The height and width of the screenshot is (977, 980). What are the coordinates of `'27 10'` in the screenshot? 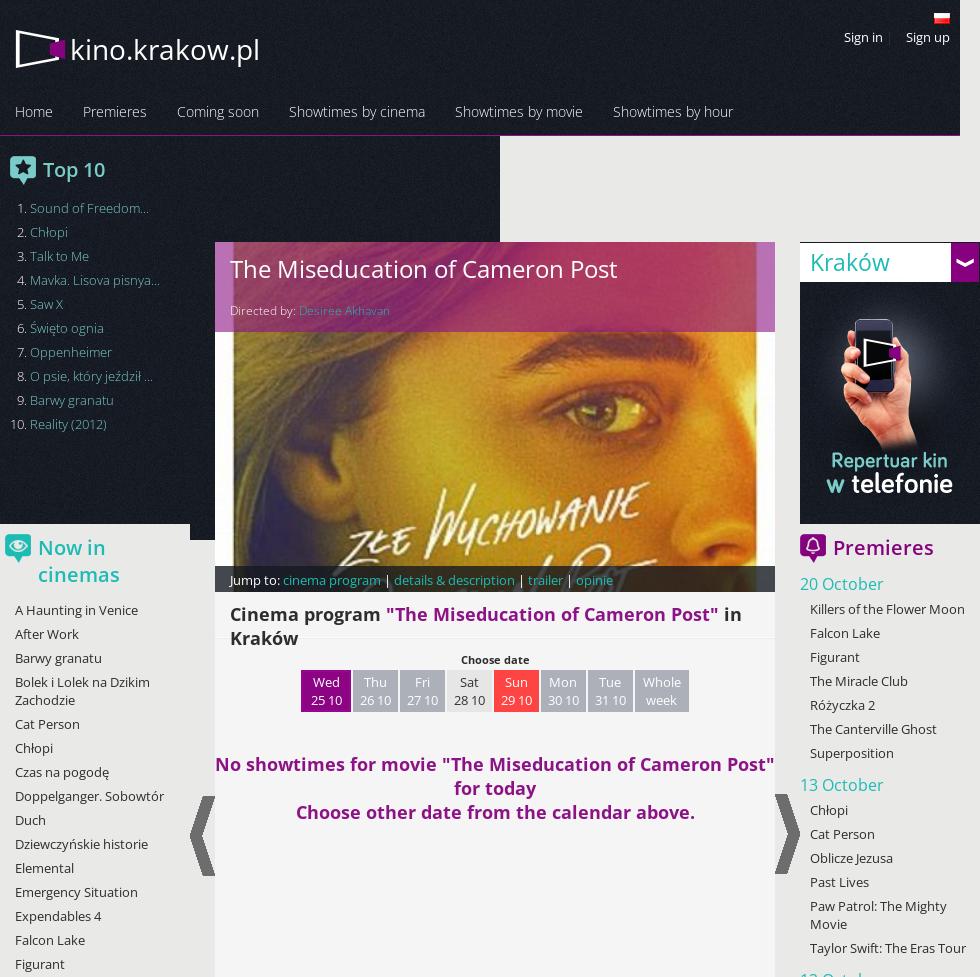 It's located at (422, 700).